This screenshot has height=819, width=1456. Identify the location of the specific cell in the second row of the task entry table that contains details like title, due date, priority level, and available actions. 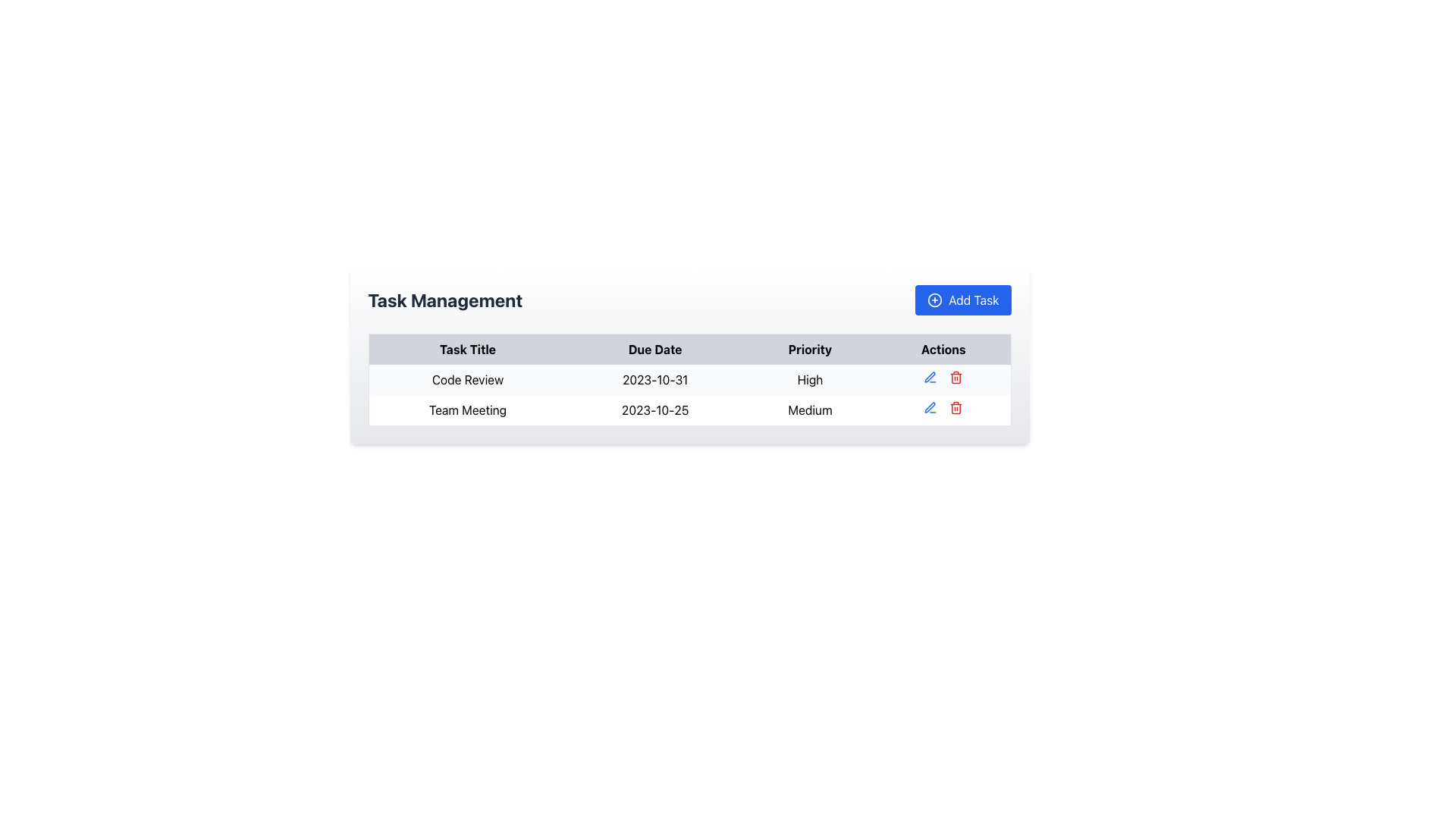
(689, 394).